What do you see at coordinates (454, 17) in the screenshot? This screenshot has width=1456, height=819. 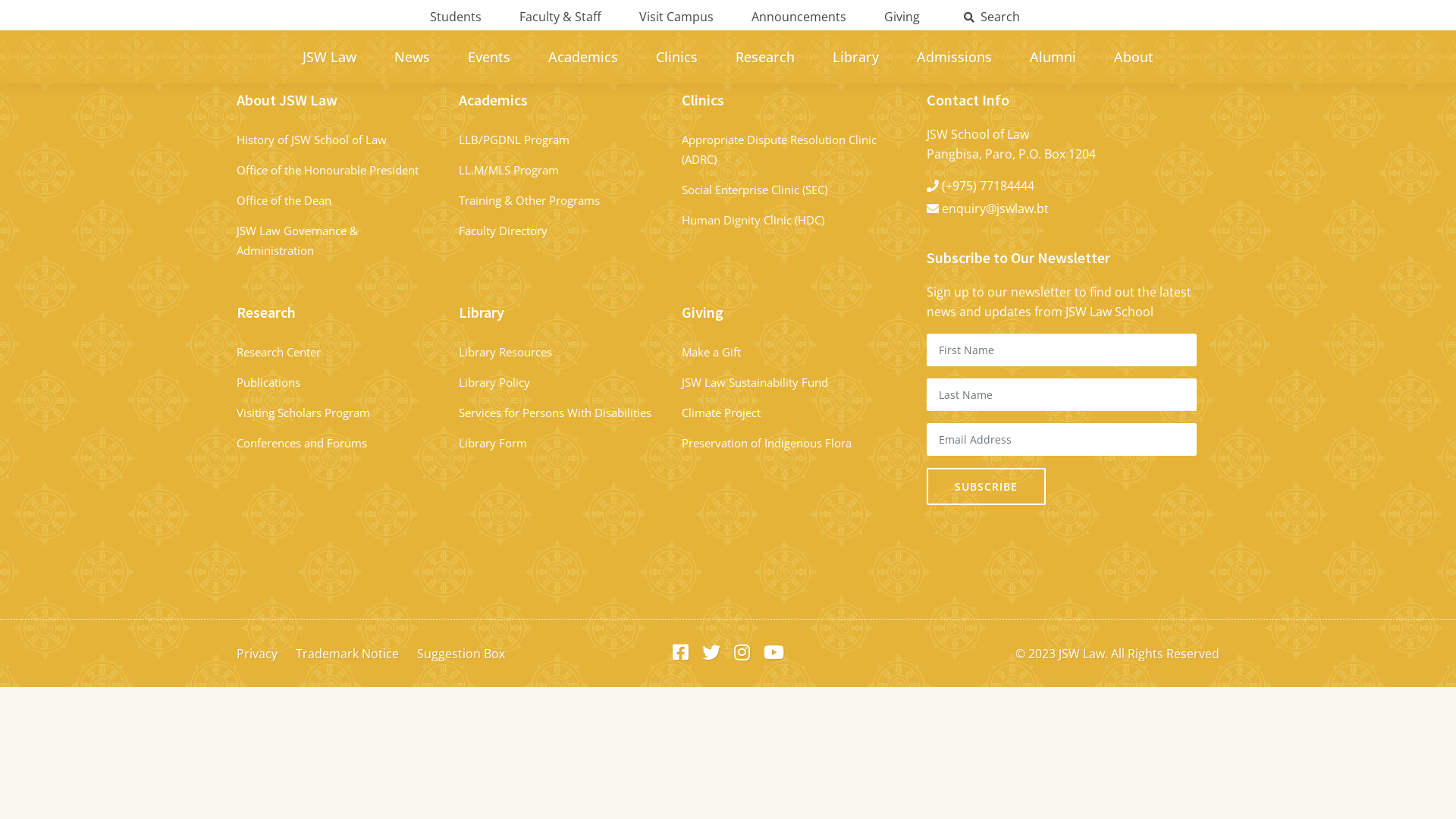 I see `'Students'` at bounding box center [454, 17].